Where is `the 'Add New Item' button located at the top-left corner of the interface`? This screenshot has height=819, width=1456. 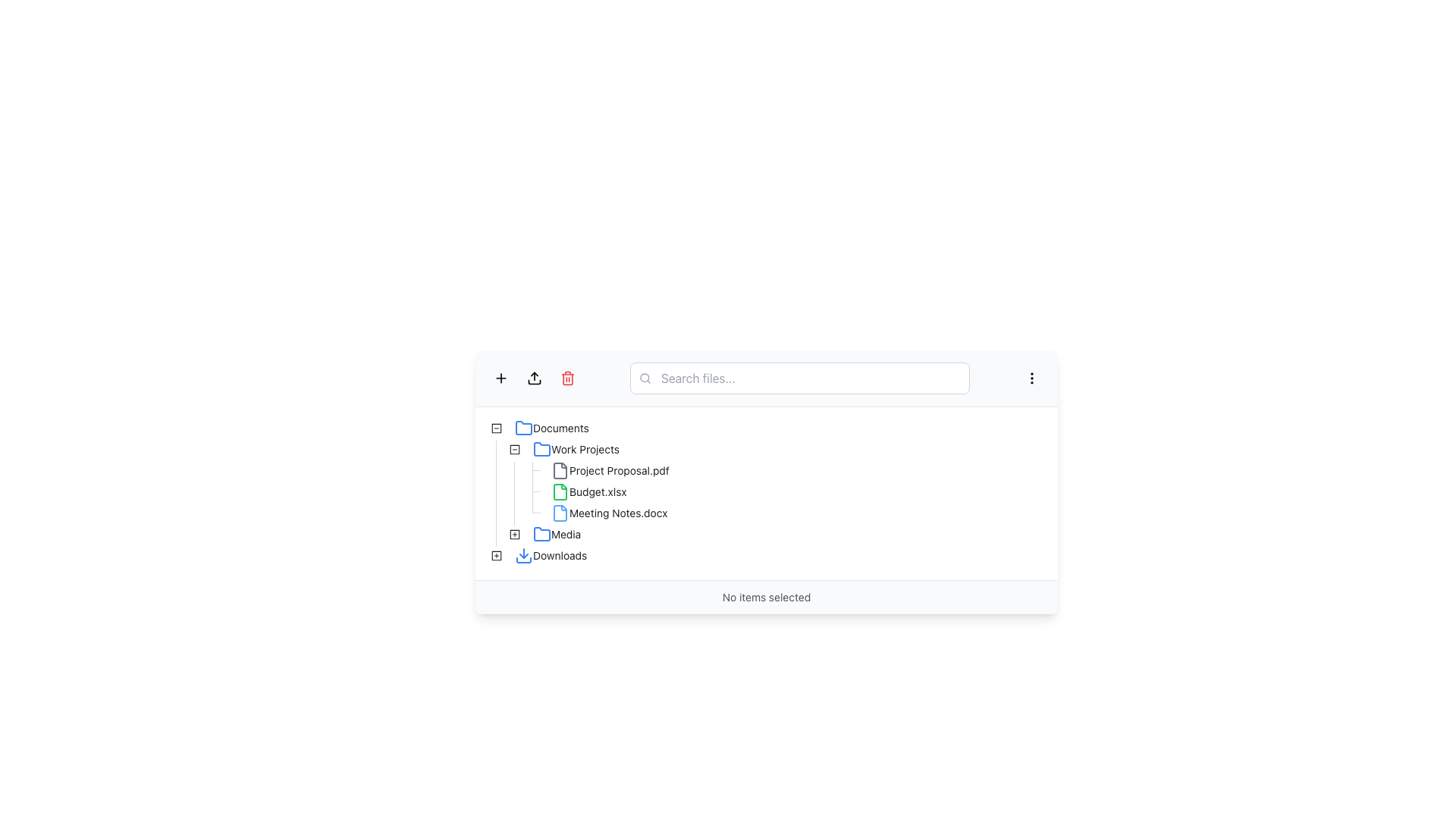
the 'Add New Item' button located at the top-left corner of the interface is located at coordinates (501, 377).